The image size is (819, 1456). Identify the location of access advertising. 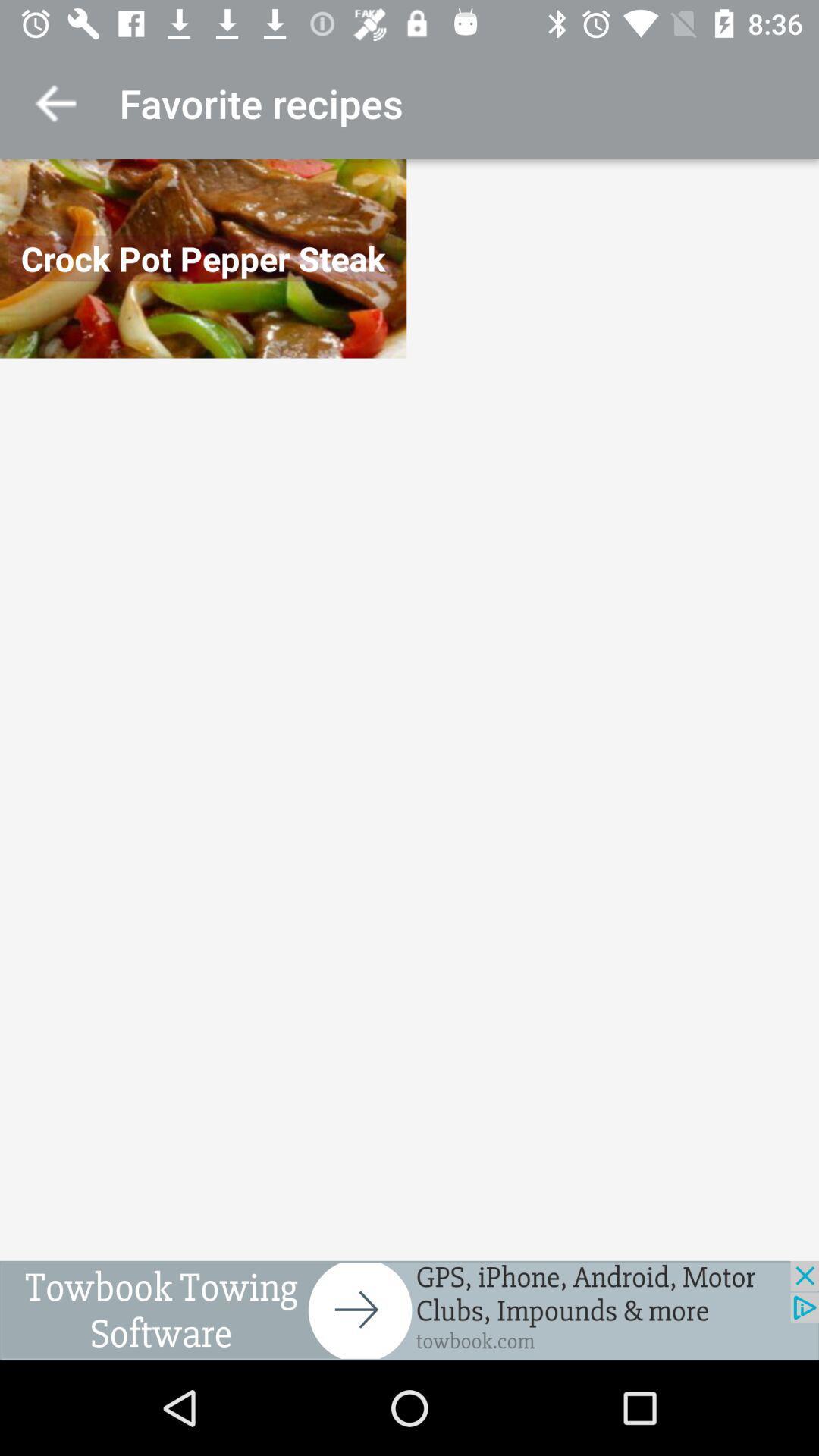
(409, 1310).